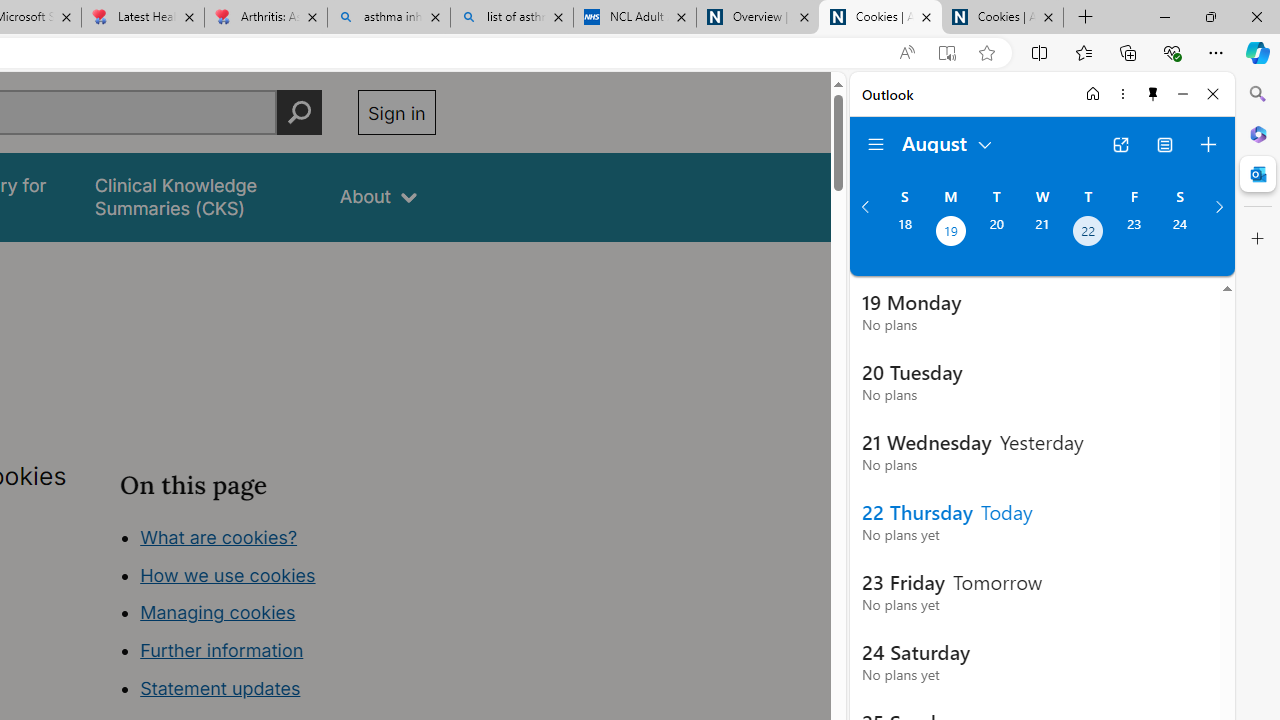 This screenshot has width=1280, height=720. What do you see at coordinates (996, 232) in the screenshot?
I see `'Tuesday, August 20, 2024. '` at bounding box center [996, 232].